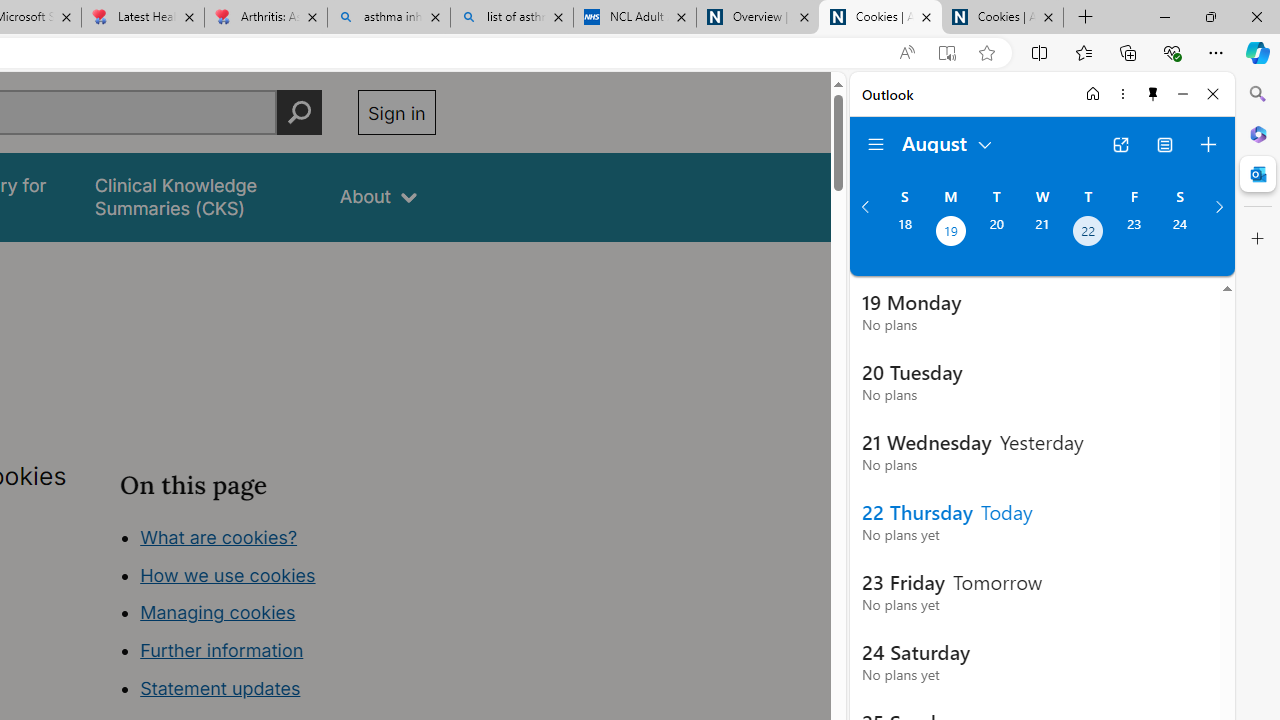 This screenshot has width=1280, height=720. What do you see at coordinates (996, 232) in the screenshot?
I see `'Tuesday, August 20, 2024. '` at bounding box center [996, 232].